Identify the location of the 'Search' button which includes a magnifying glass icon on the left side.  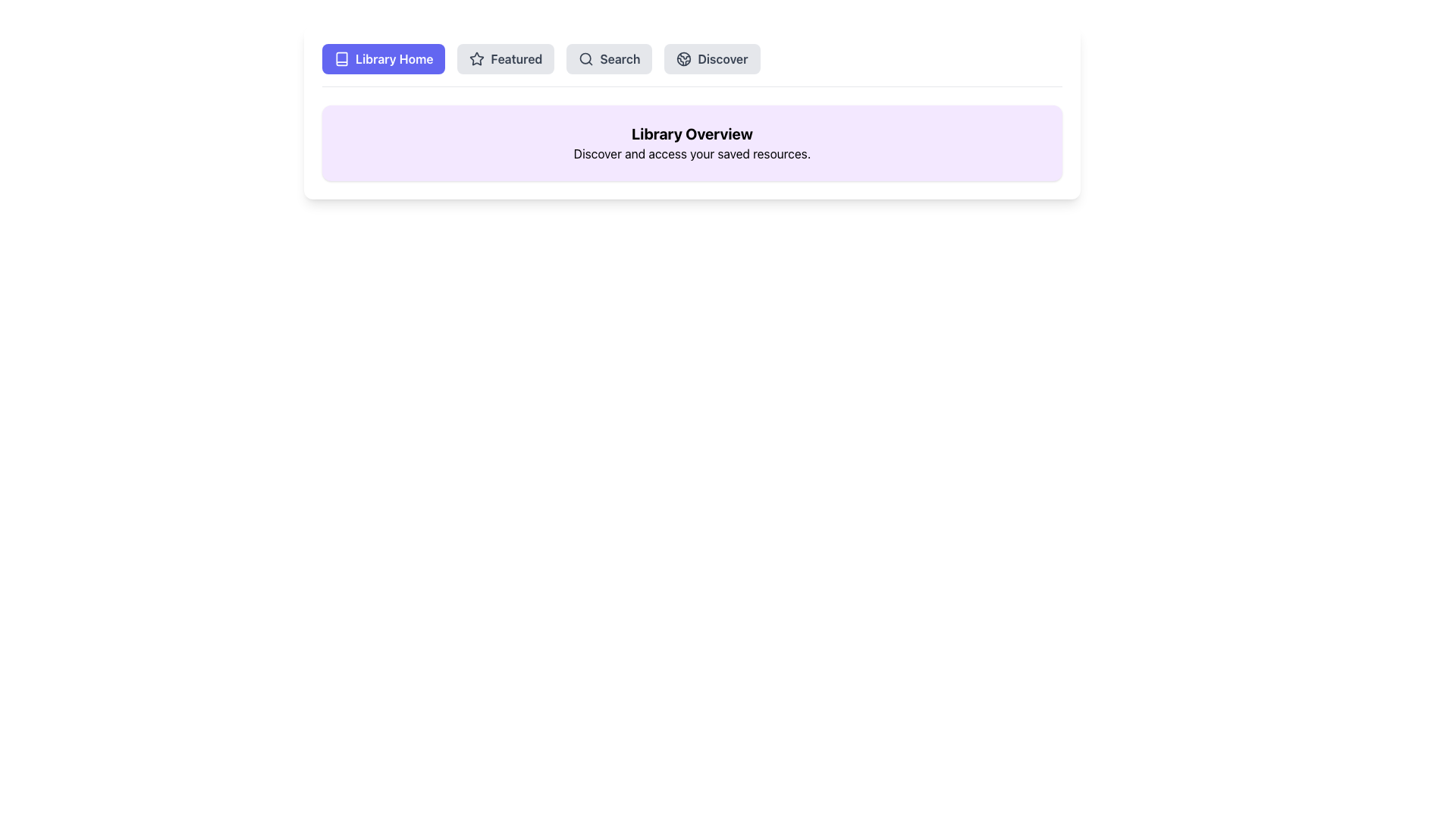
(585, 58).